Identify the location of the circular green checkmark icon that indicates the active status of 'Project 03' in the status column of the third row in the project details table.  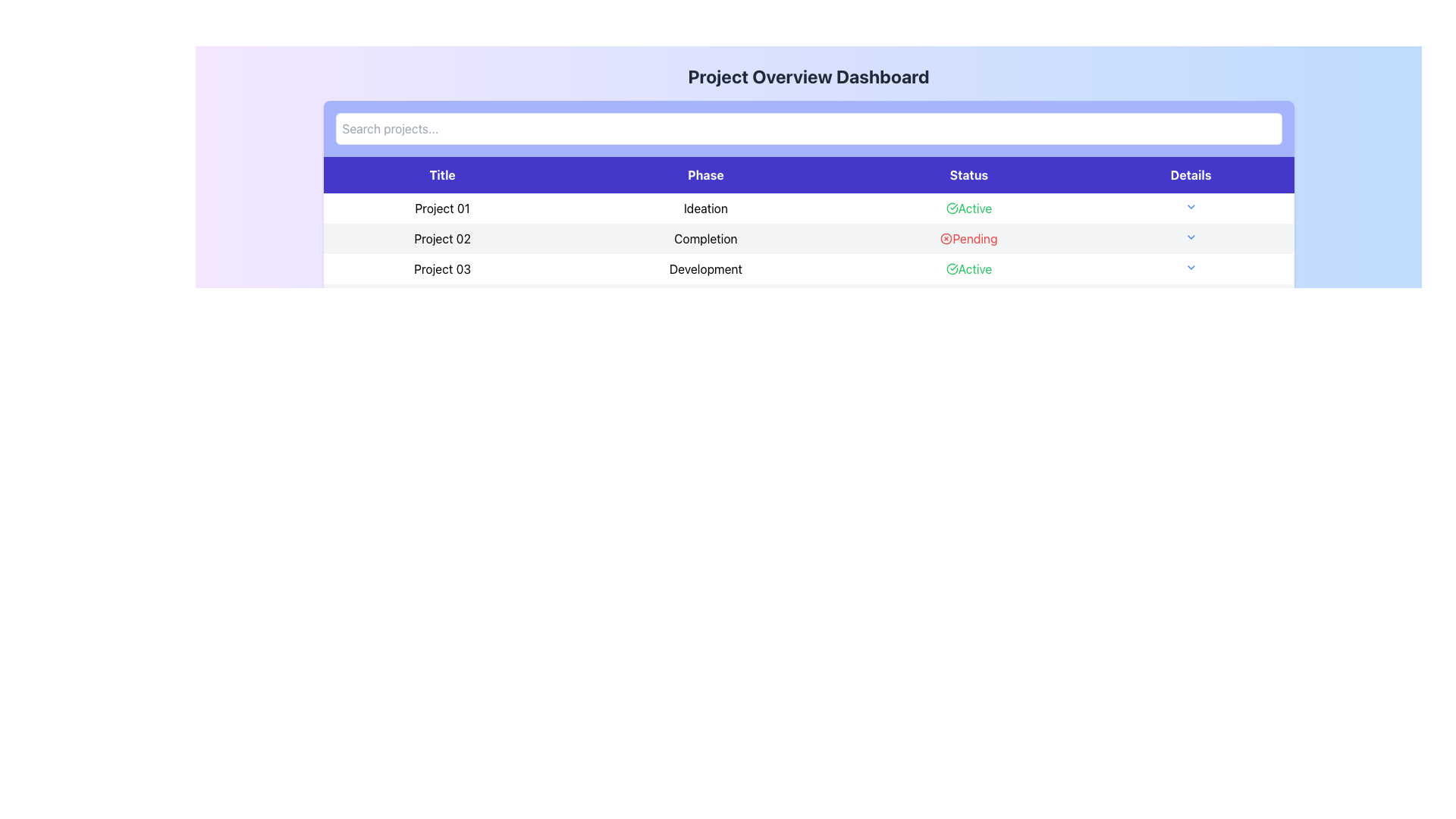
(951, 268).